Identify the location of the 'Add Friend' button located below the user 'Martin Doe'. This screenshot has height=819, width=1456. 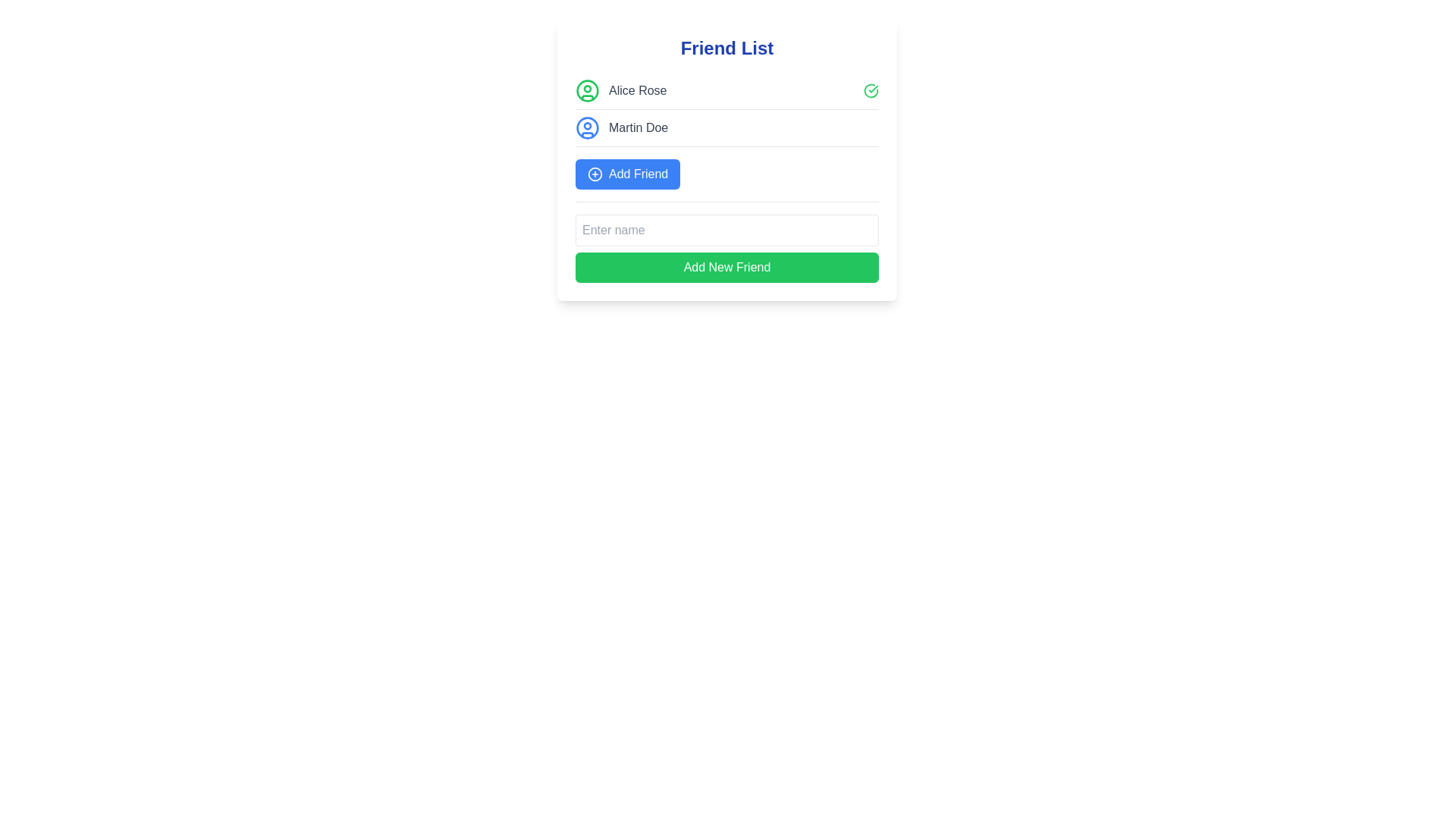
(628, 174).